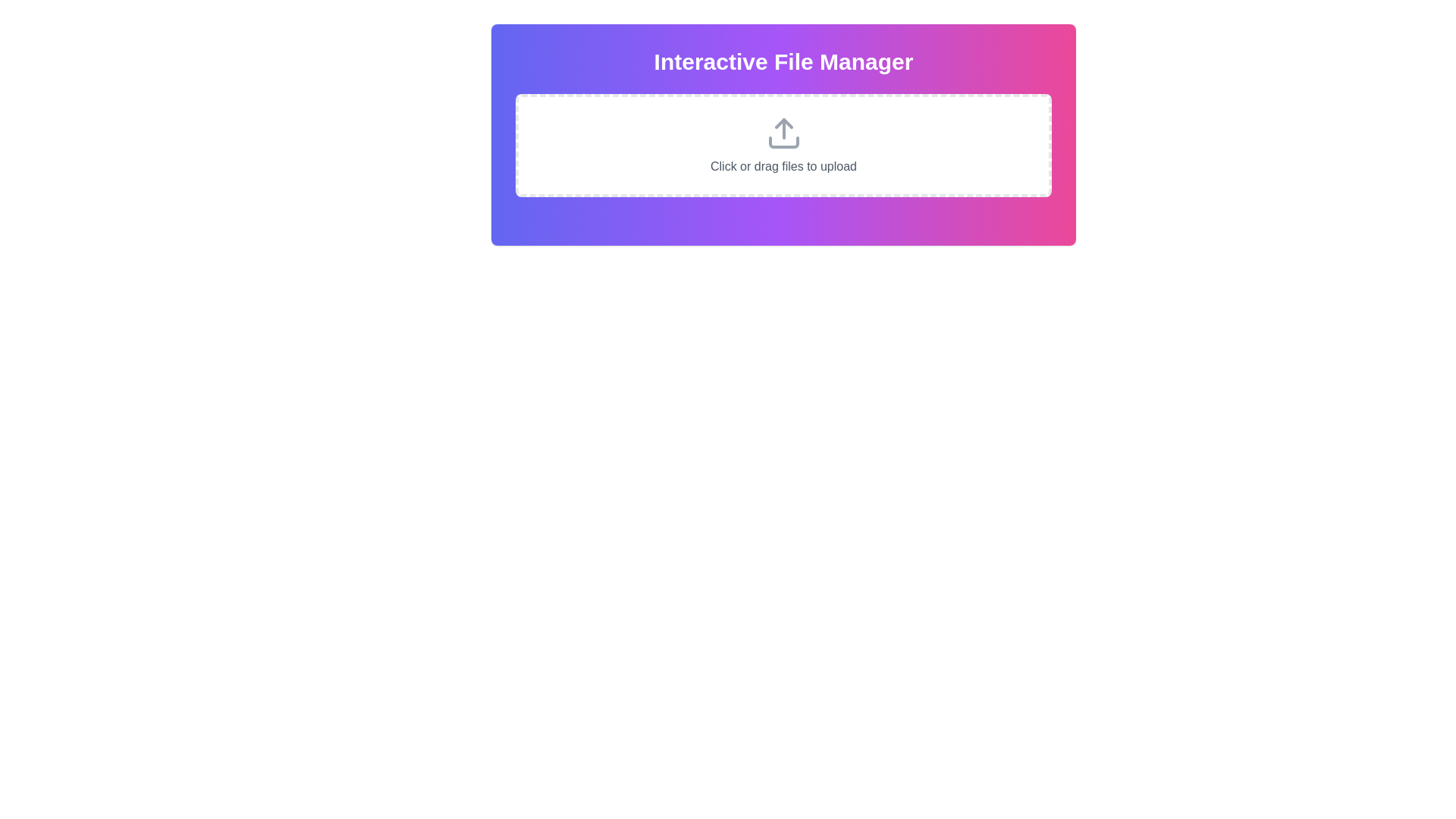  I want to click on the upload icon, which is represented by a light gray arrow pointing upwards, located in the center of the upload area above the text prompt 'Click or drag files to upload.', so click(783, 133).